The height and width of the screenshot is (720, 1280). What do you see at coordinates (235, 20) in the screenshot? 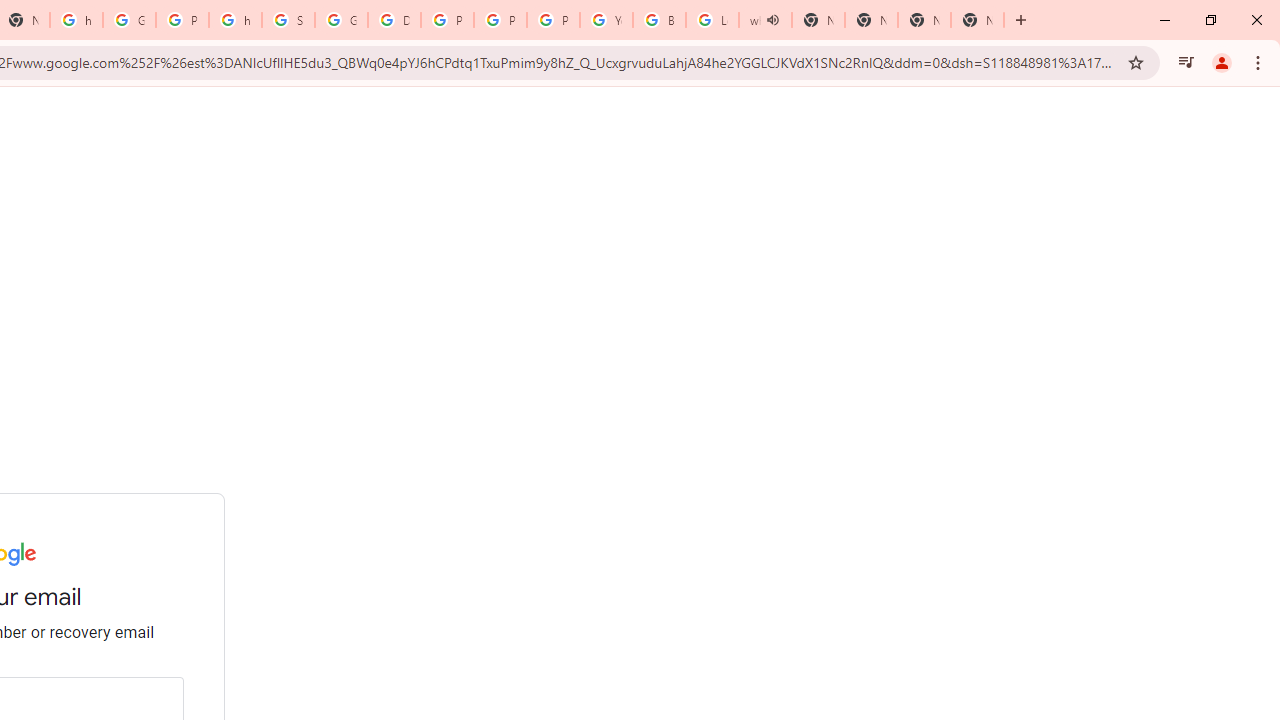
I see `'https://scholar.google.com/'` at bounding box center [235, 20].